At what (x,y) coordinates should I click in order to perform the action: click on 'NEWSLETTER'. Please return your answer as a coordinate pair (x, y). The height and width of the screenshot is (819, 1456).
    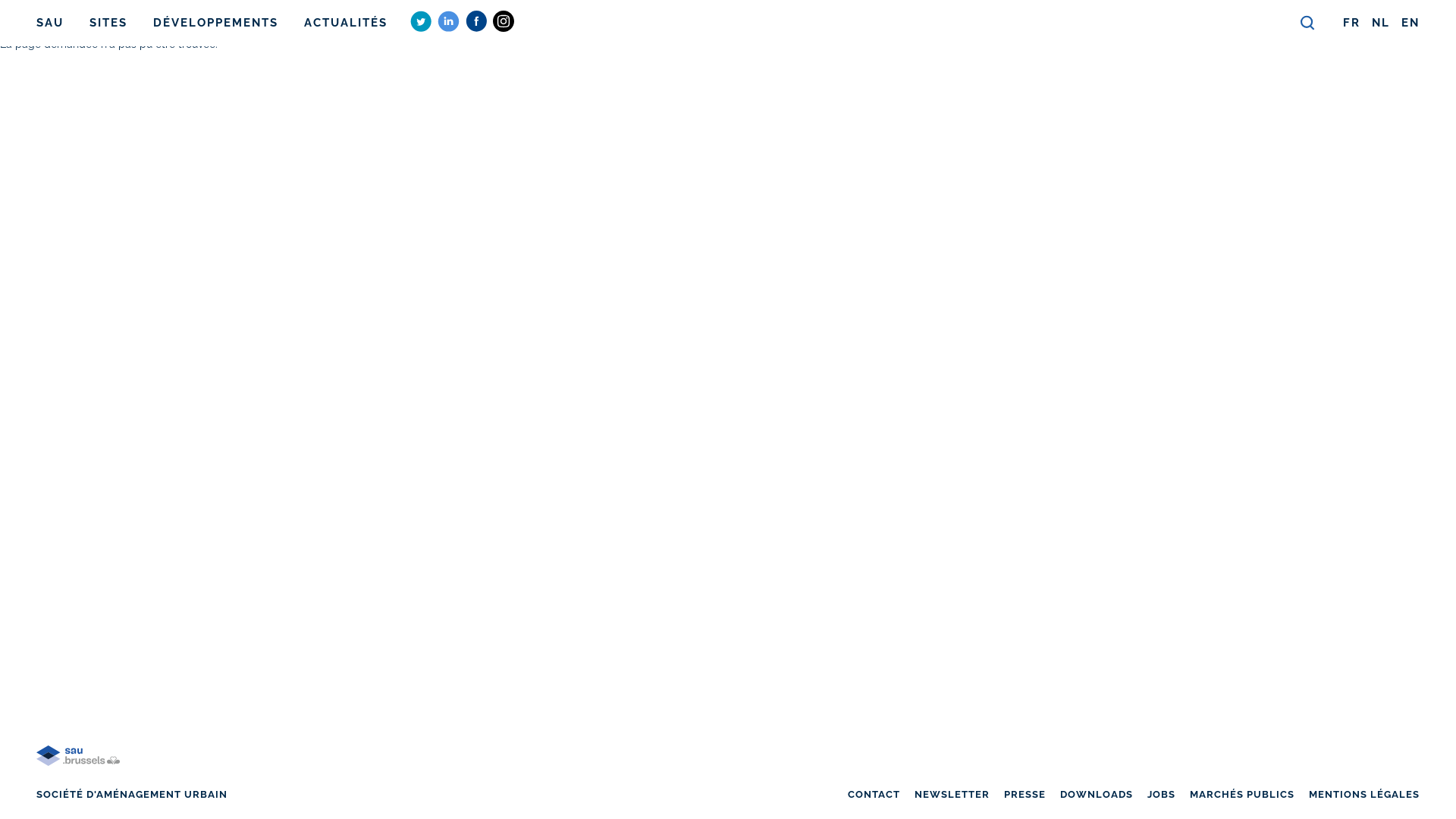
    Looking at the image, I should click on (951, 793).